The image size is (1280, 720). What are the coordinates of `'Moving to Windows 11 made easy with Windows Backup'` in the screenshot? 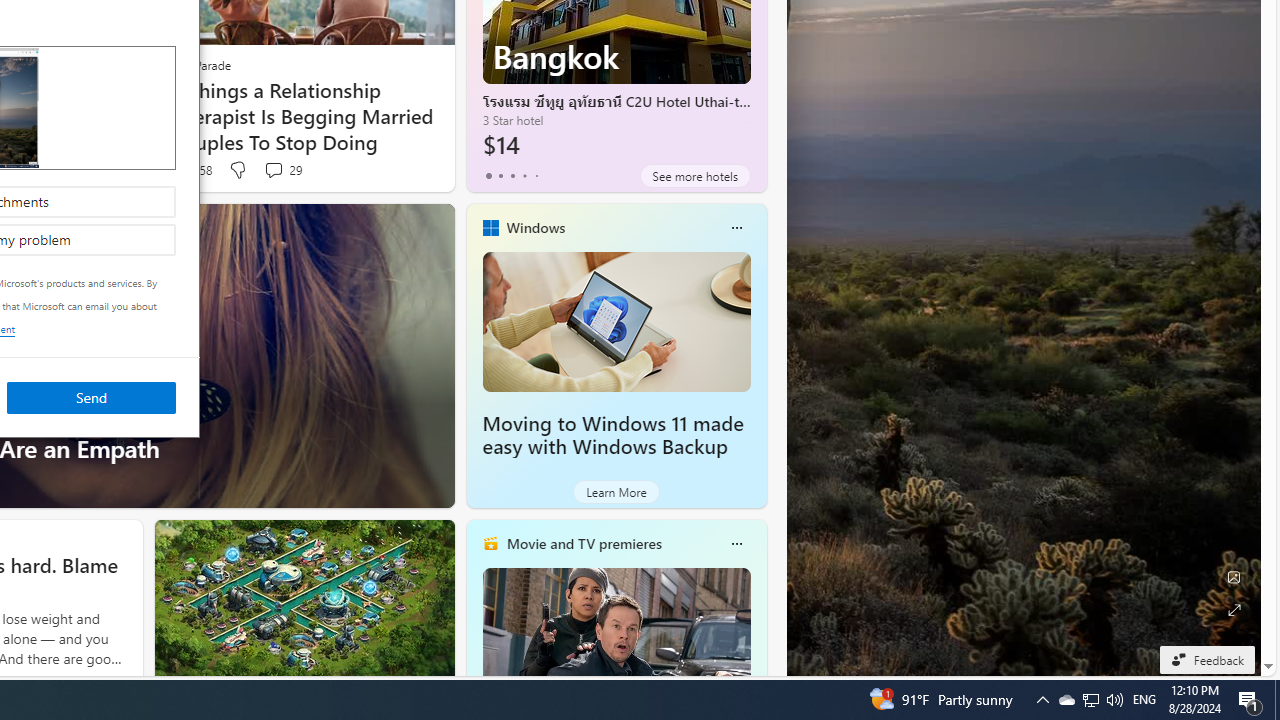 It's located at (615, 320).